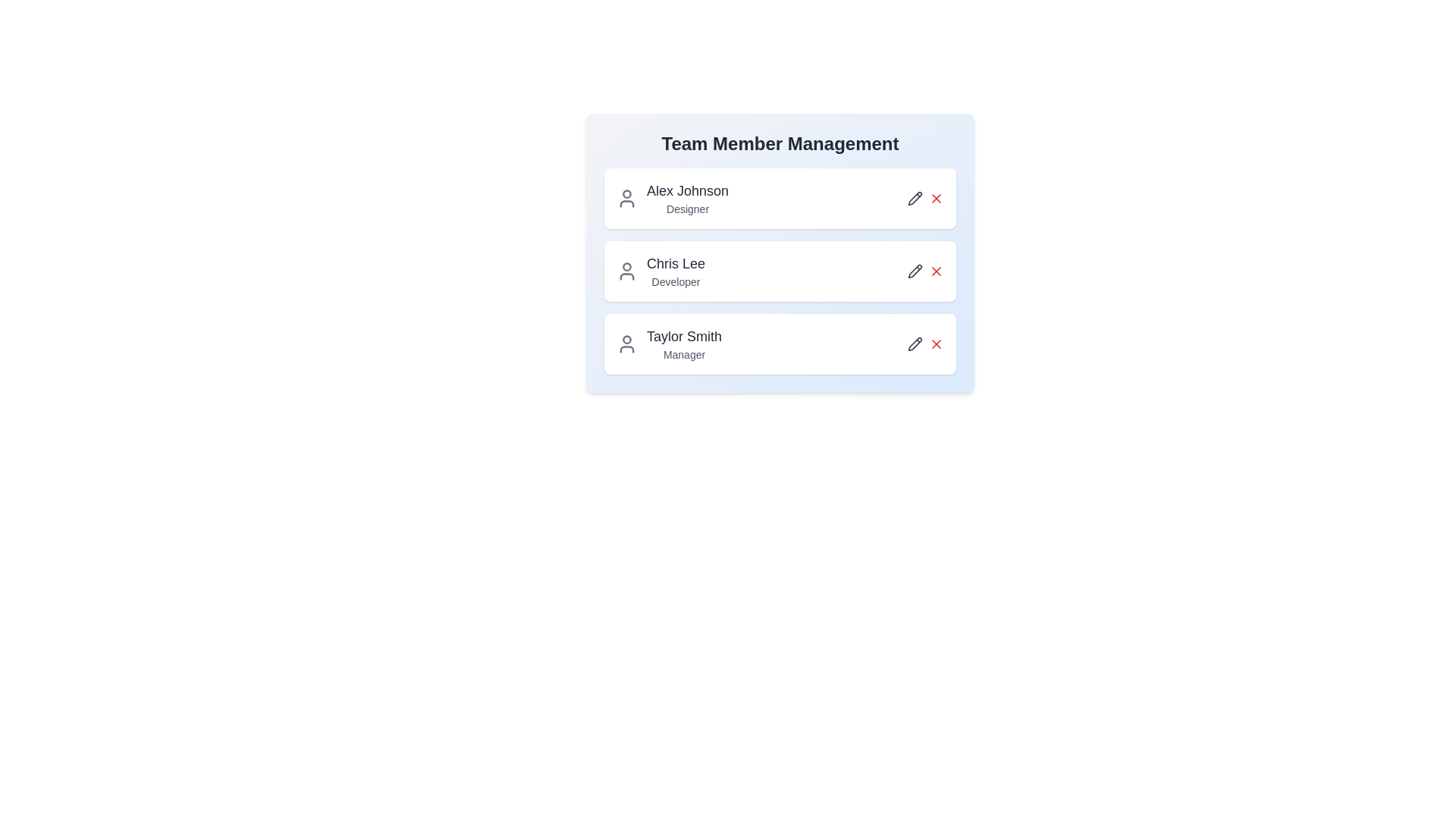 The image size is (1456, 819). Describe the element at coordinates (780, 198) in the screenshot. I see `the card of the member to view their details. The parameter Alex Johnson specifies the name of the member whose card is clicked` at that location.